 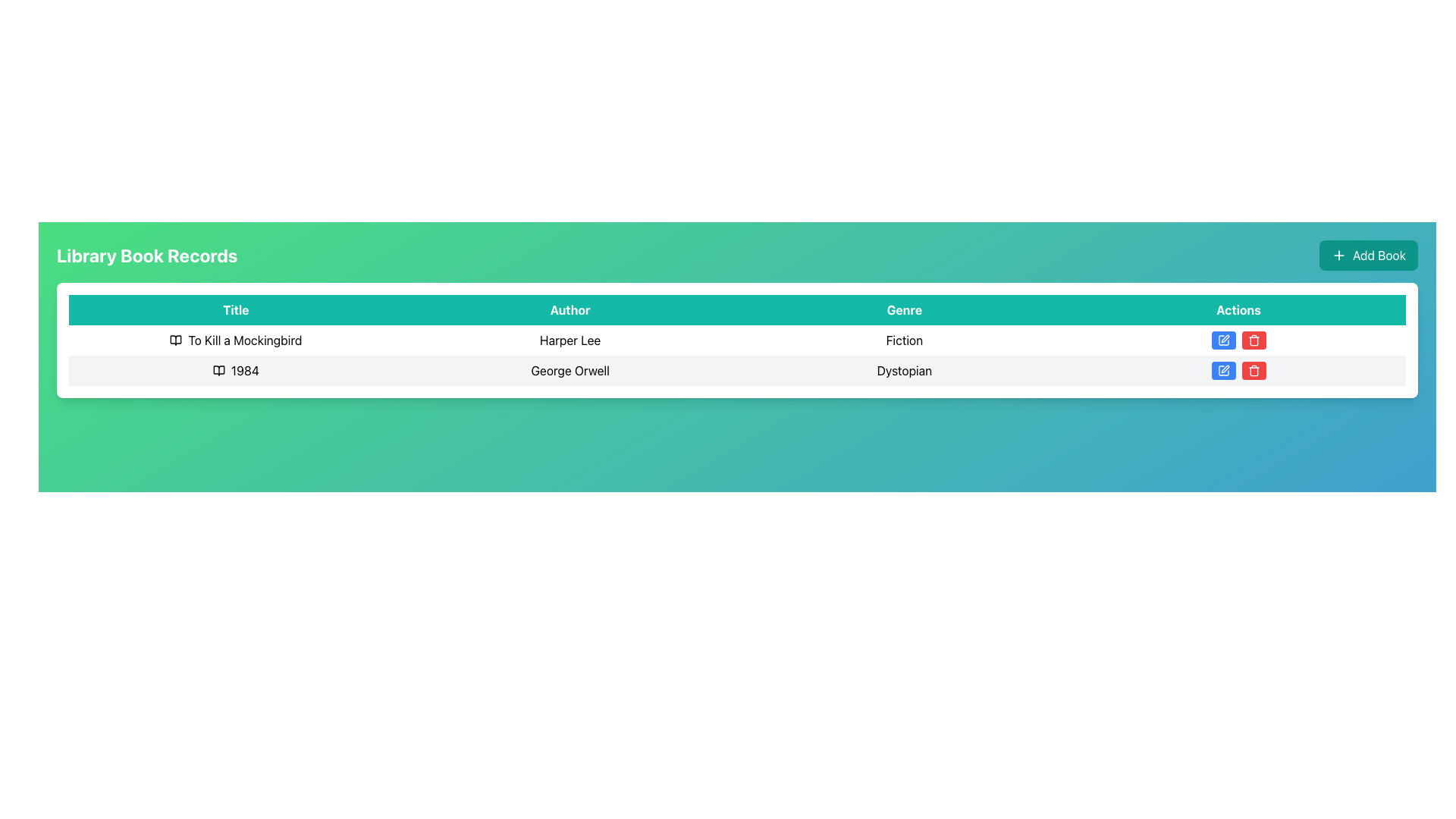 What do you see at coordinates (1238, 309) in the screenshot?
I see `the teal-colored text label containing the bold white text 'Actions', which is located in the top-right quadrant of the header row as the fourth element next to 'Genre'` at bounding box center [1238, 309].